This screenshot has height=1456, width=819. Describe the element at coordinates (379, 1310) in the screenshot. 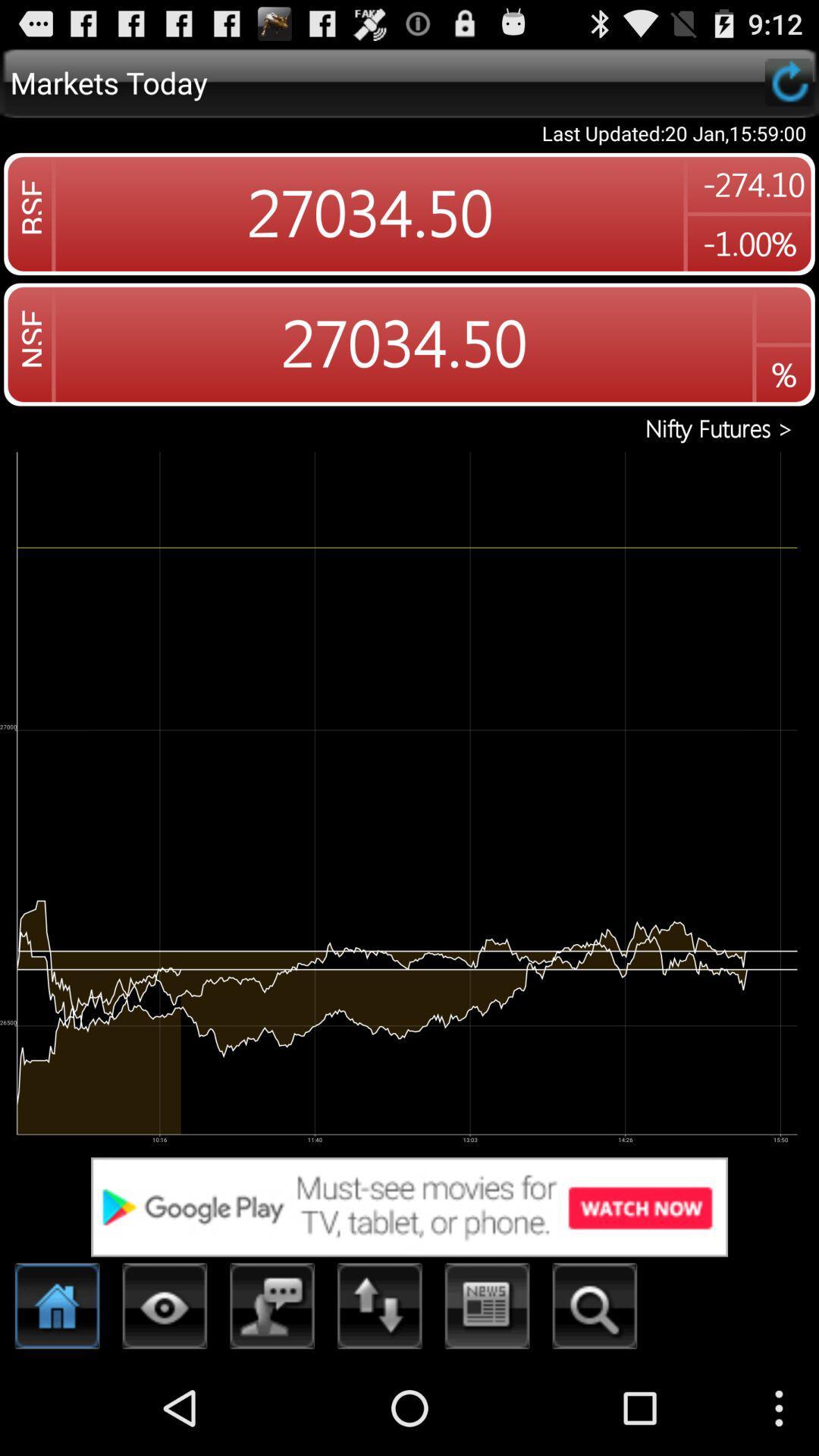

I see `move up/down` at that location.